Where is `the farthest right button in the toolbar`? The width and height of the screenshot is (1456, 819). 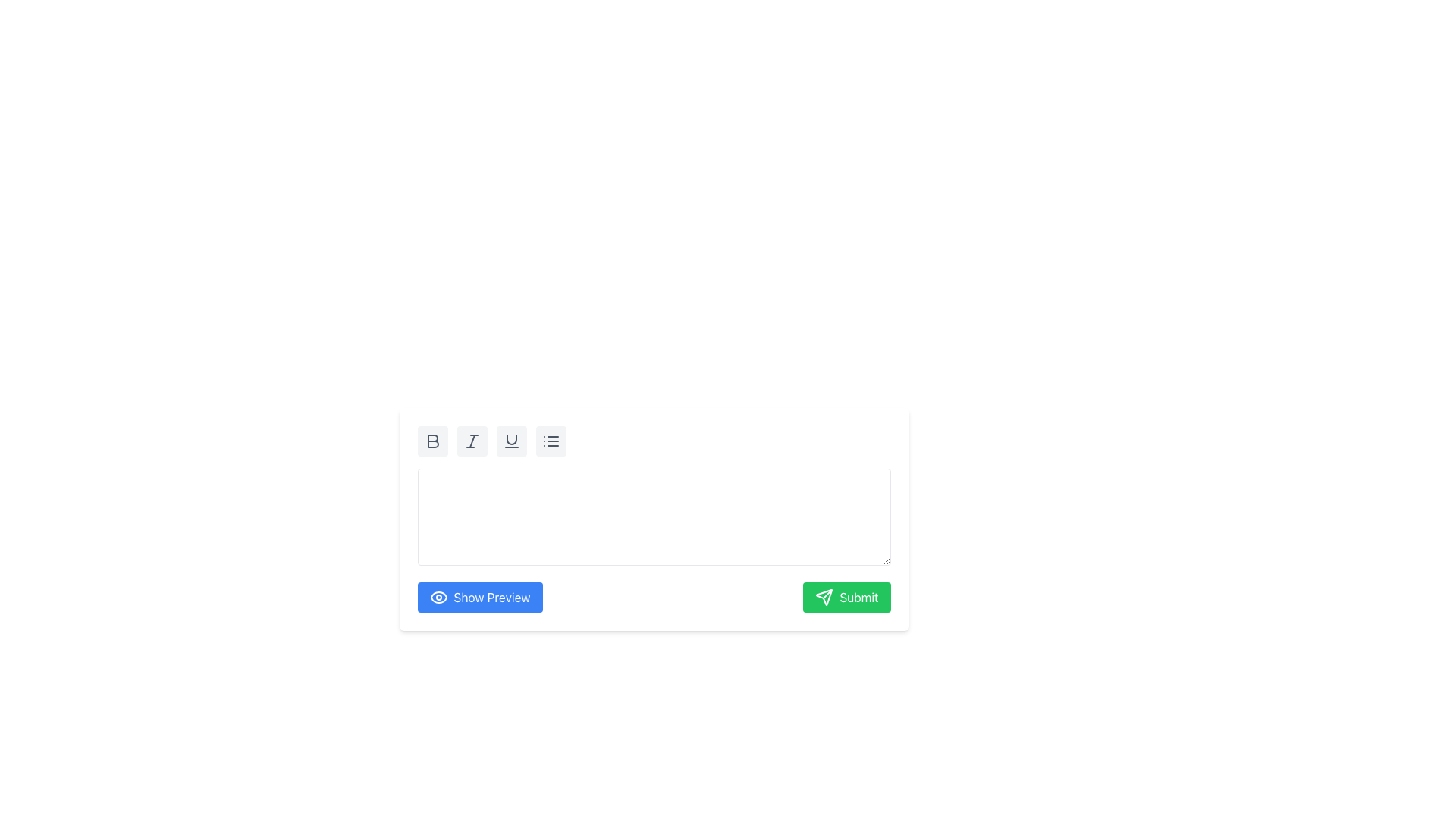
the farthest right button in the toolbar is located at coordinates (550, 441).